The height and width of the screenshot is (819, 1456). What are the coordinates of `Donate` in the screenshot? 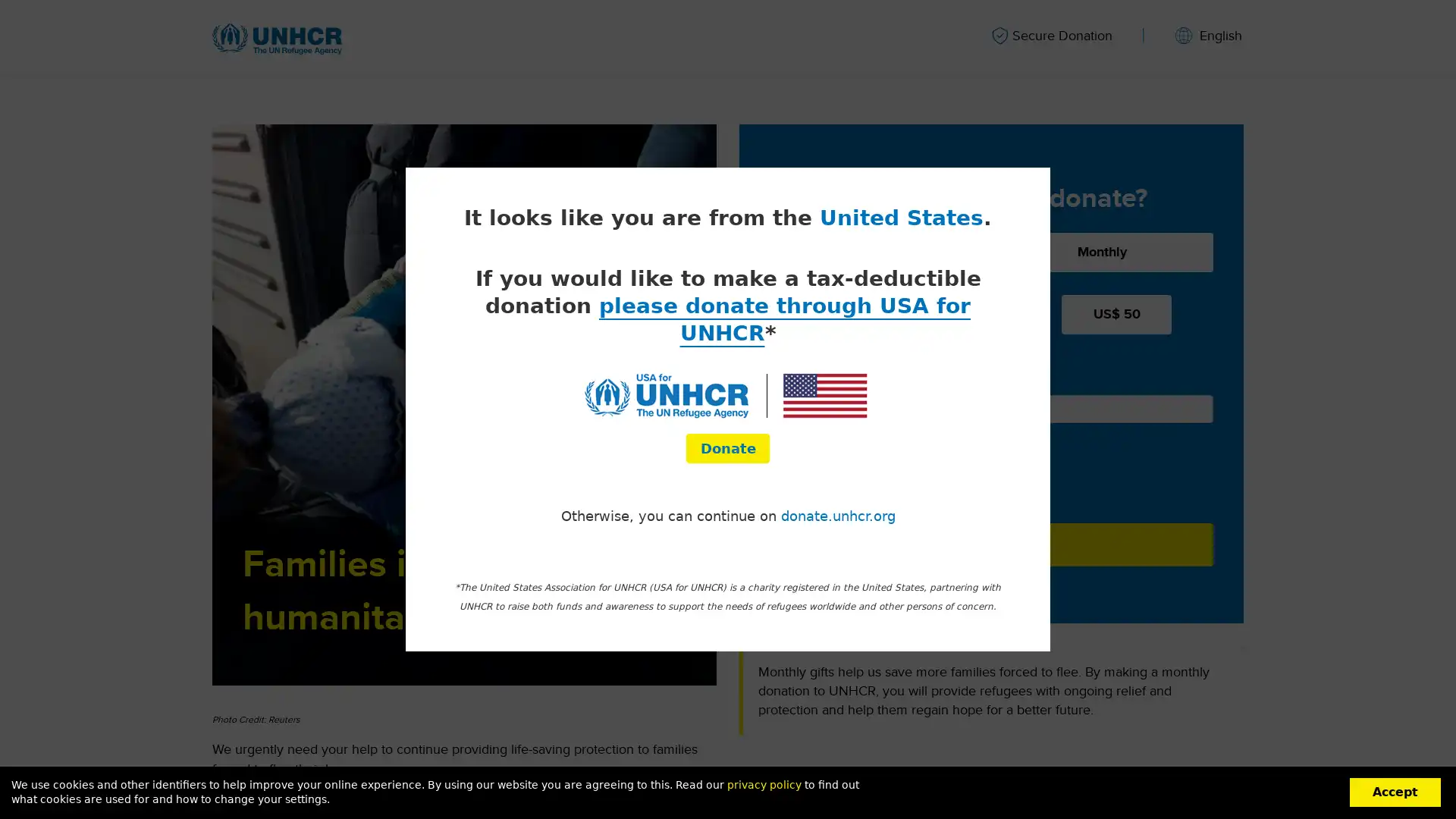 It's located at (991, 543).